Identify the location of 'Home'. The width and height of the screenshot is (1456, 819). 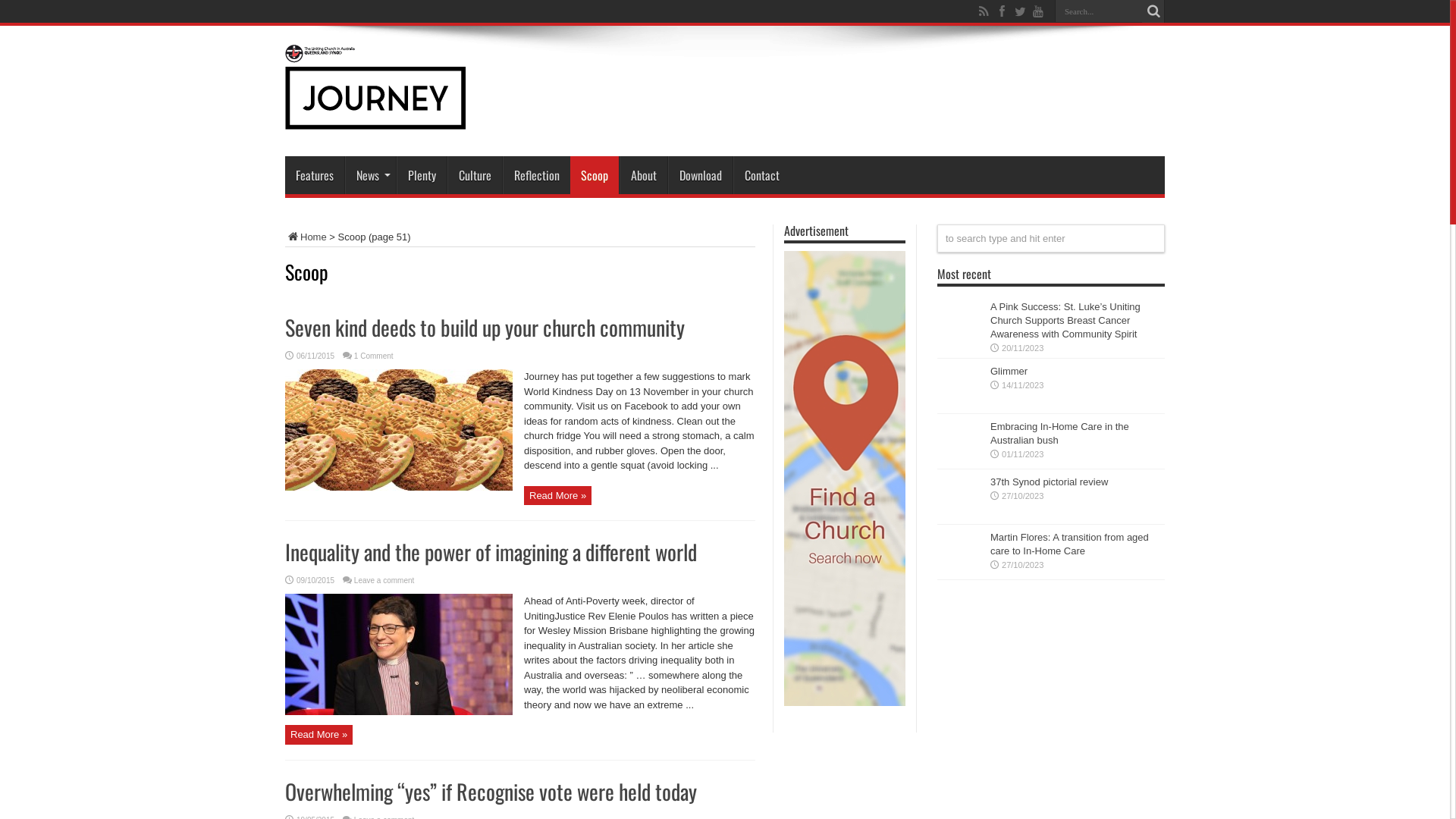
(305, 237).